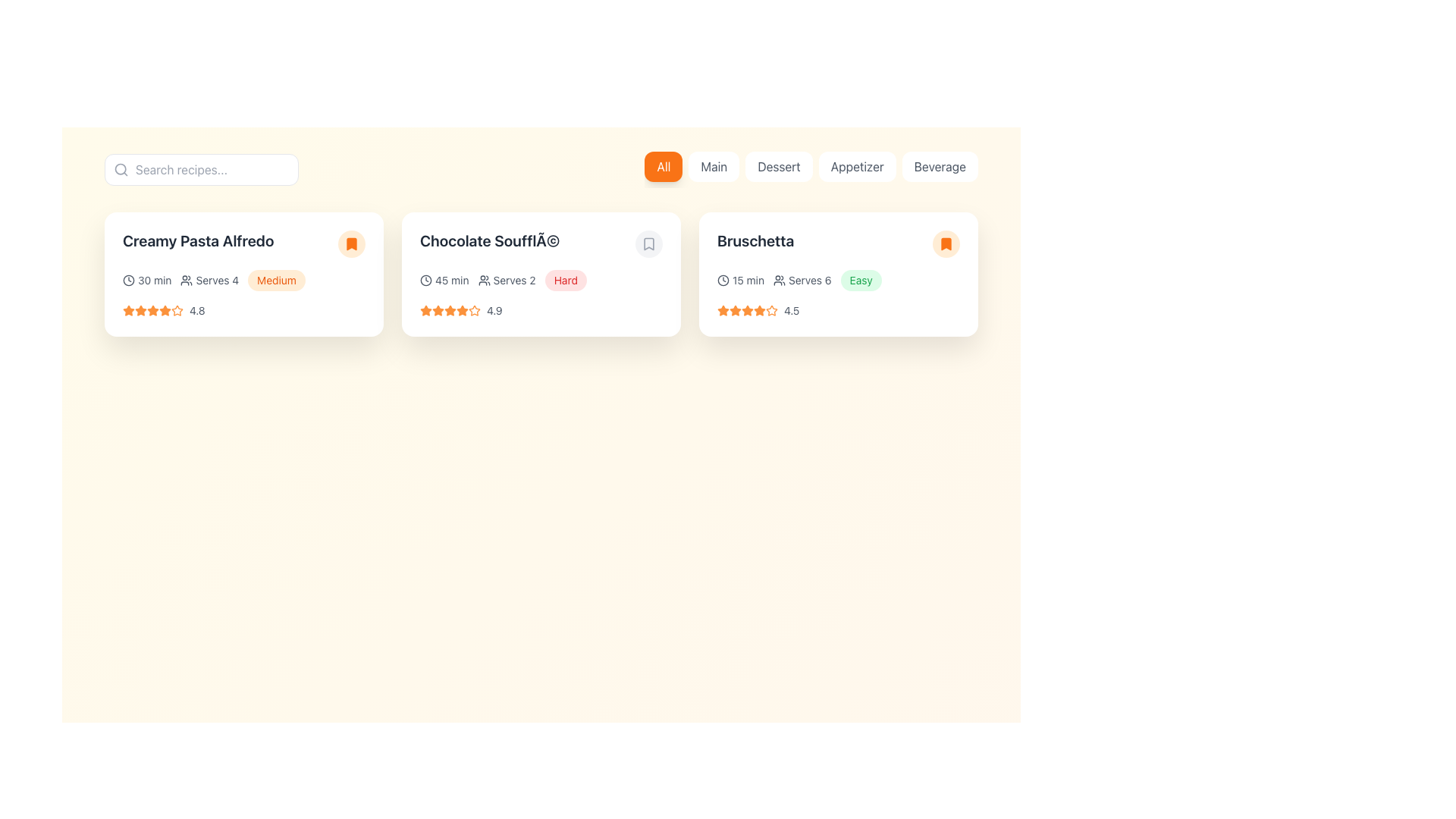  I want to click on the orange five-pointed star icon, so click(425, 309).